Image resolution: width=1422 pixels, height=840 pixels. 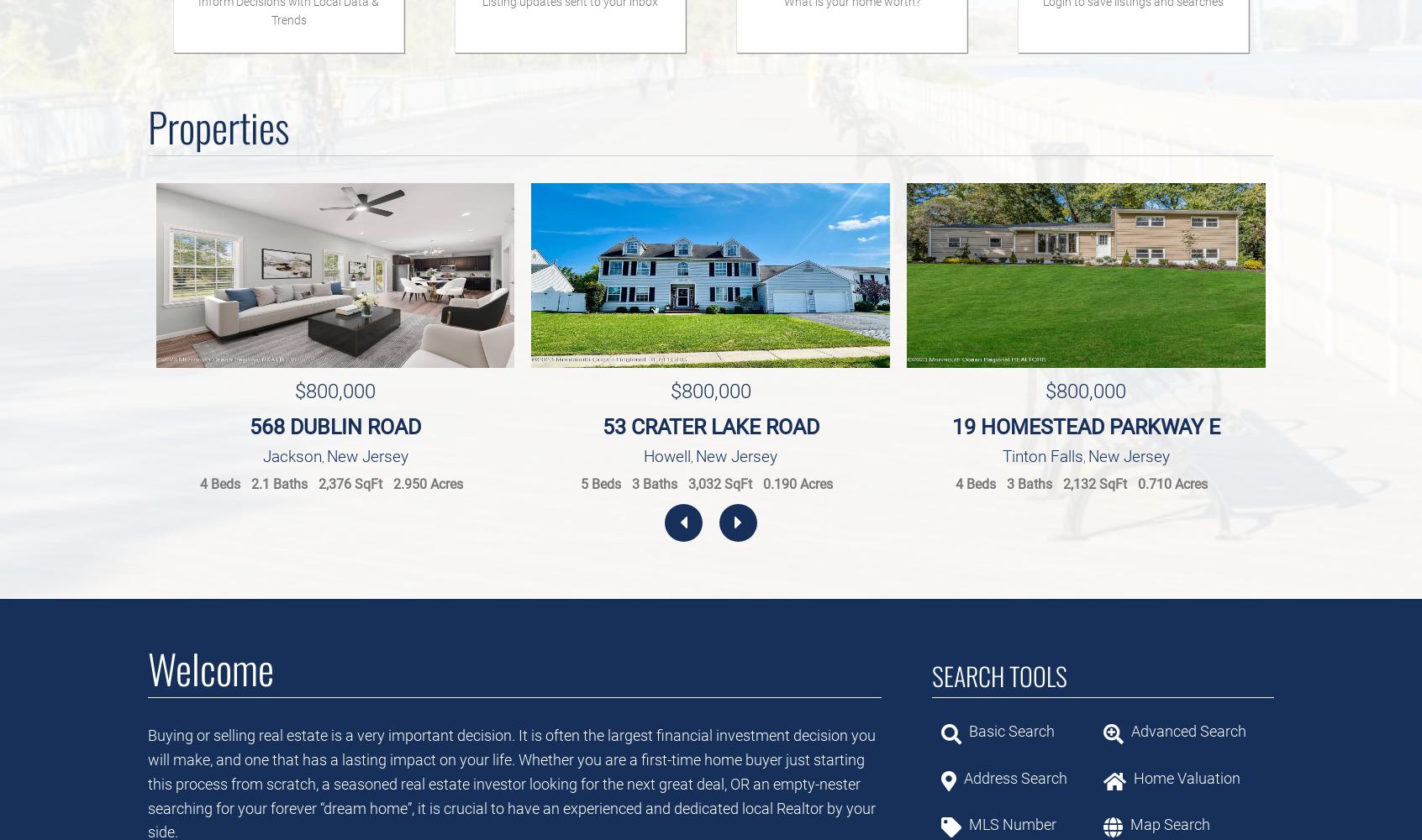 What do you see at coordinates (599, 483) in the screenshot?
I see `'5 Beds'` at bounding box center [599, 483].